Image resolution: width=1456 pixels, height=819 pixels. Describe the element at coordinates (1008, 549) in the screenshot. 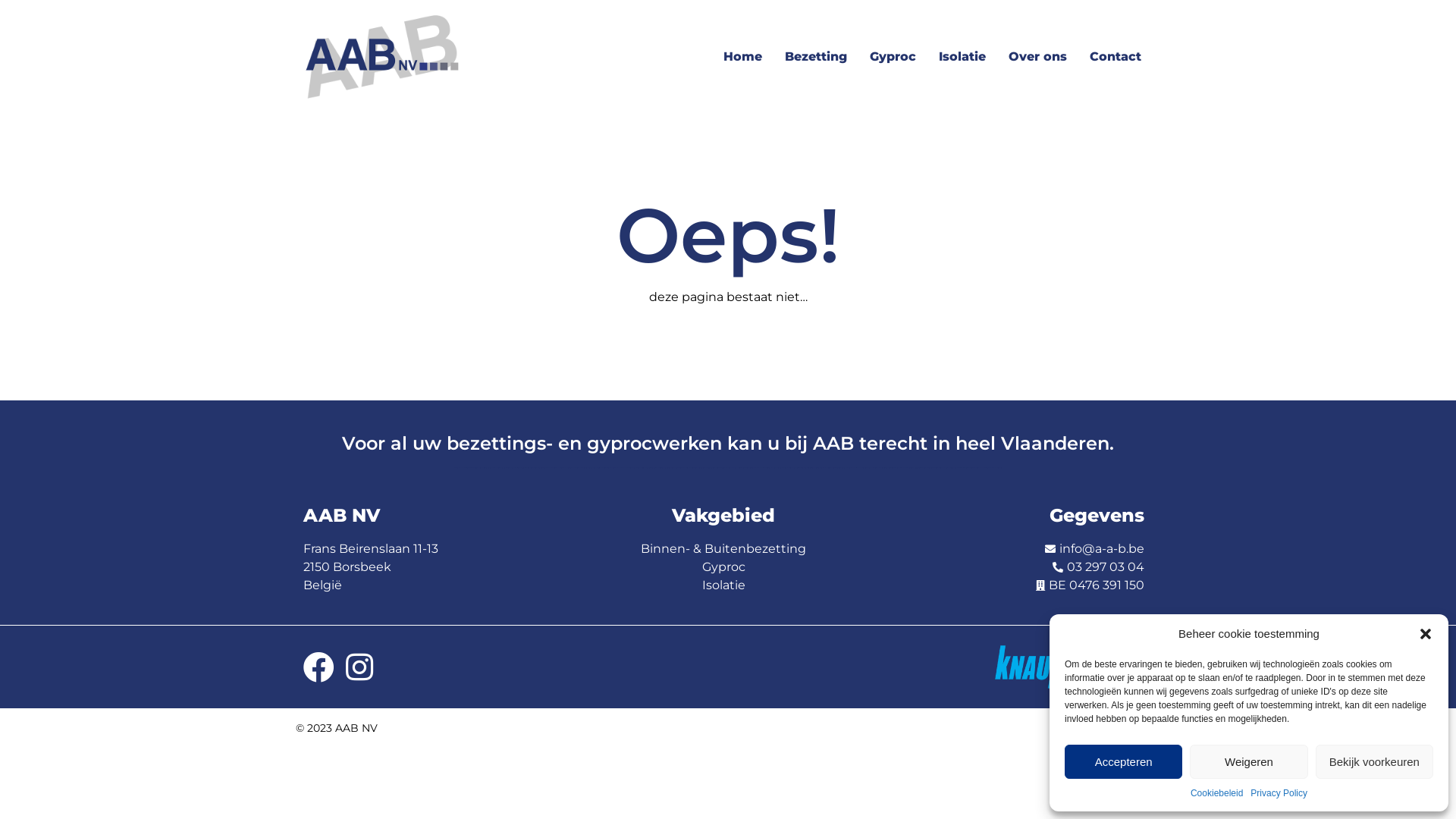

I see `'info@a-a-b.be'` at that location.